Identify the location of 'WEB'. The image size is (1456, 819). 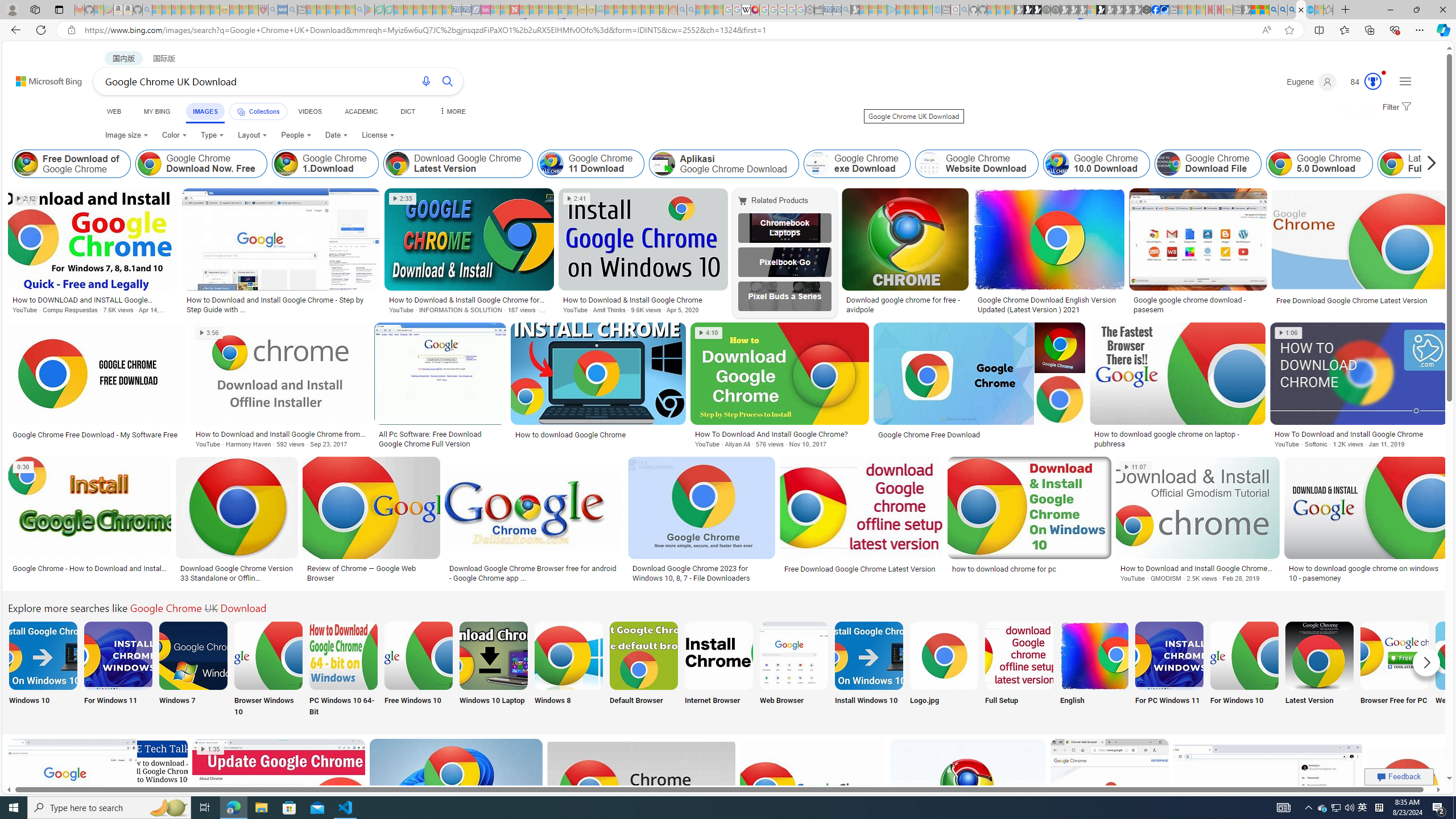
(113, 111).